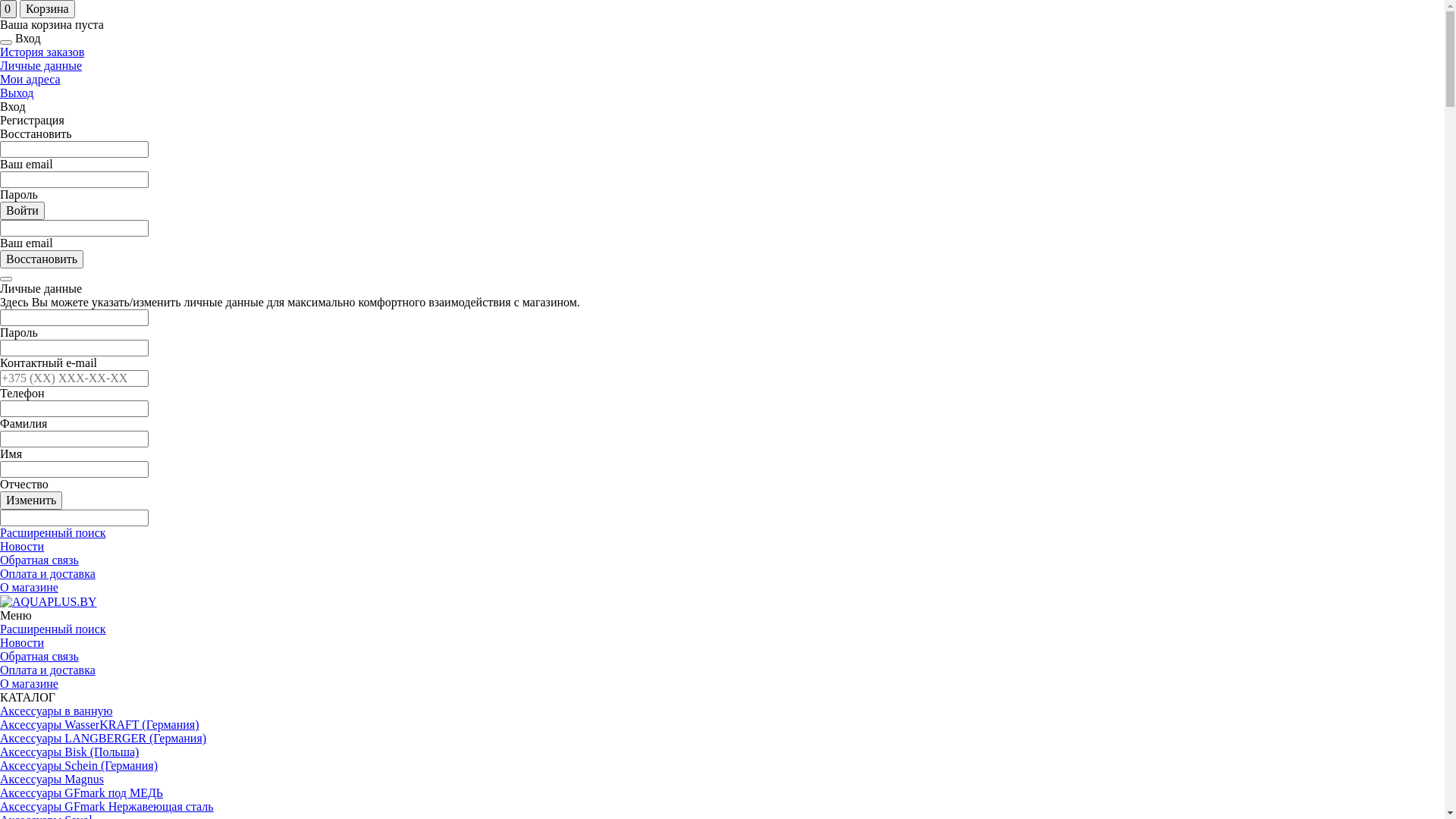 The height and width of the screenshot is (819, 1456). I want to click on '0', so click(8, 8).